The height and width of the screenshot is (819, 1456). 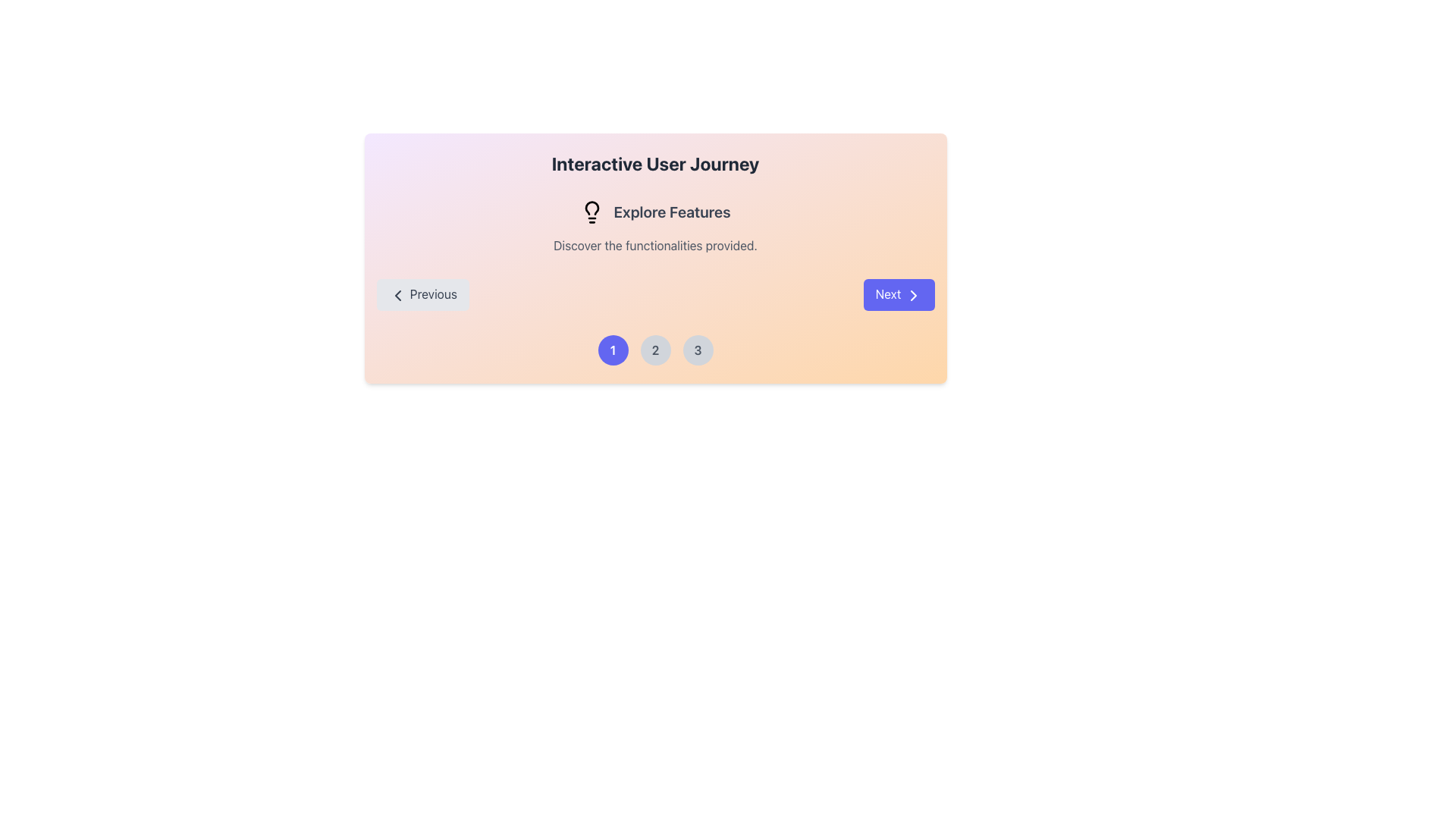 What do you see at coordinates (397, 295) in the screenshot?
I see `the chevron arrow icon within the 'Previous' button, located left of the 'Previous' text, under the title 'Interactive User Journey'` at bounding box center [397, 295].